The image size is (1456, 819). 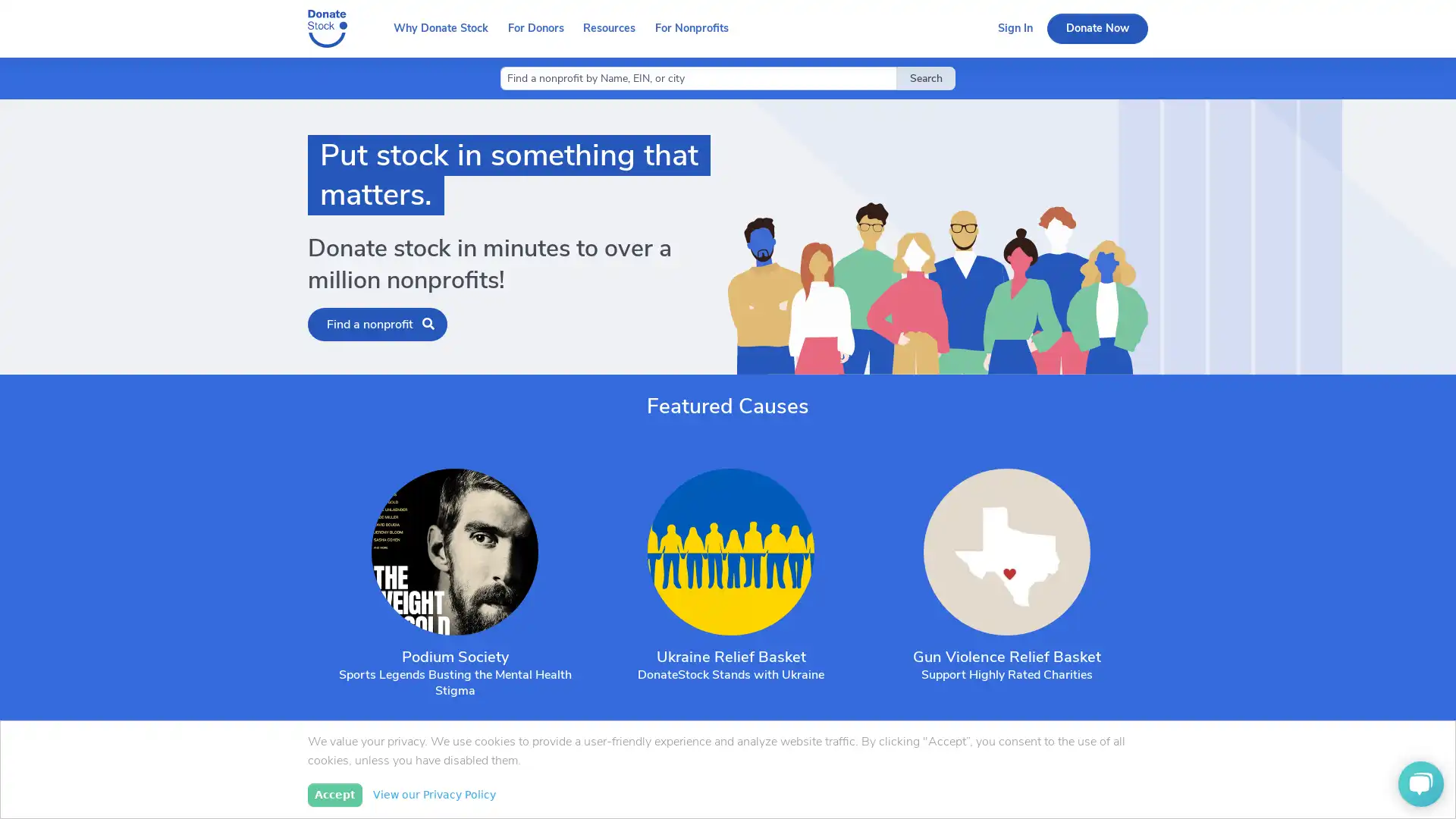 I want to click on Accept, so click(x=334, y=794).